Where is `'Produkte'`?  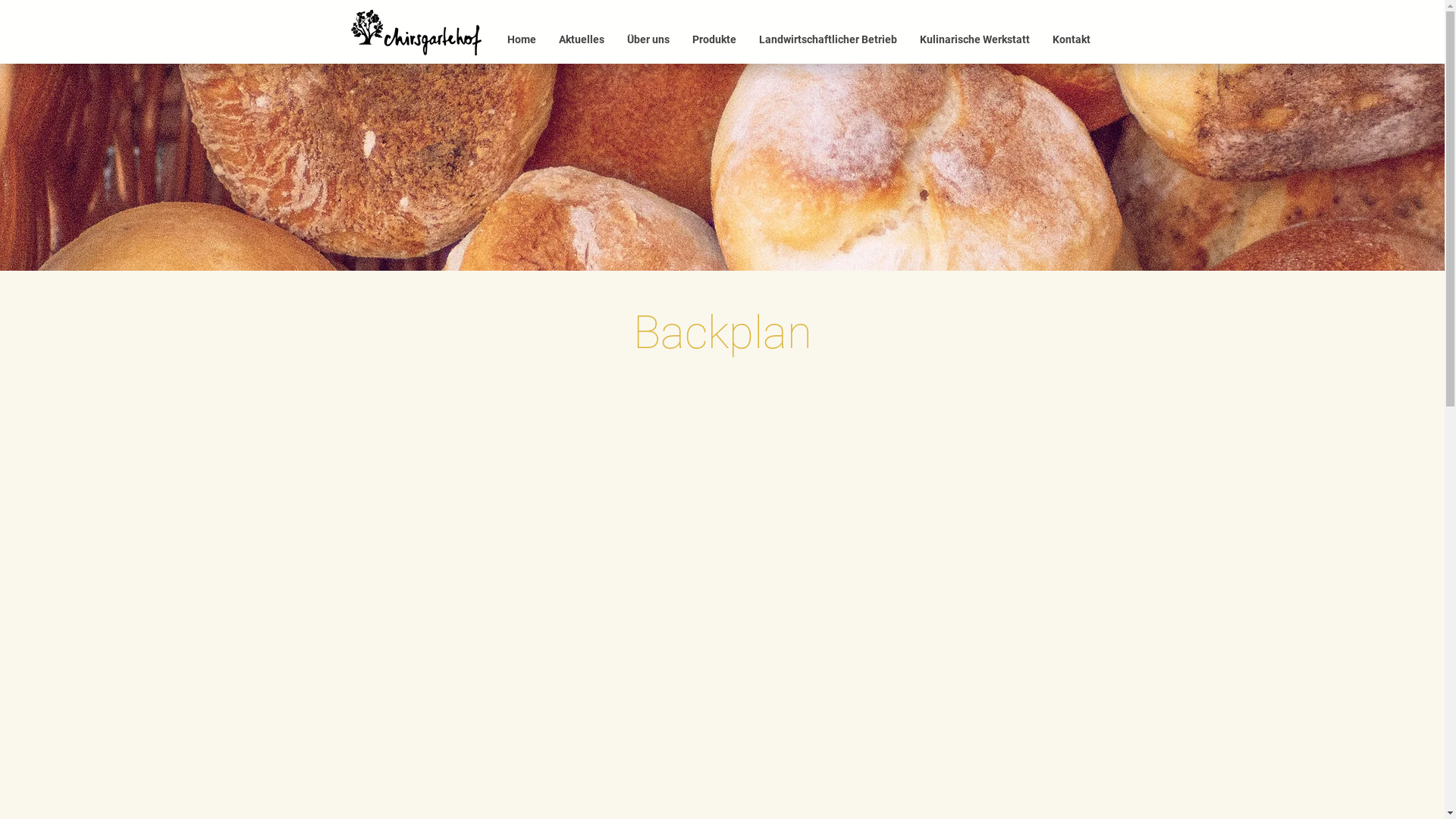
'Produkte' is located at coordinates (713, 39).